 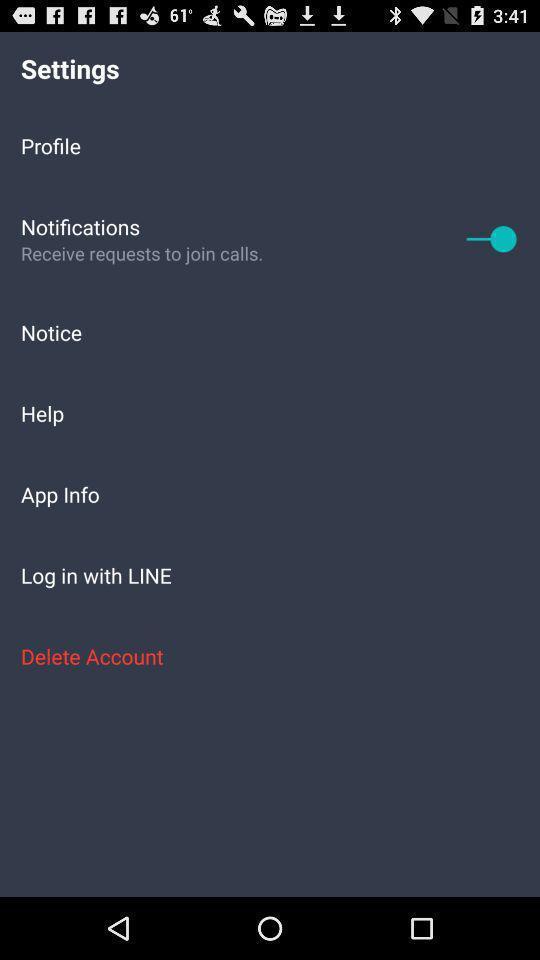 I want to click on app below app info item, so click(x=270, y=575).